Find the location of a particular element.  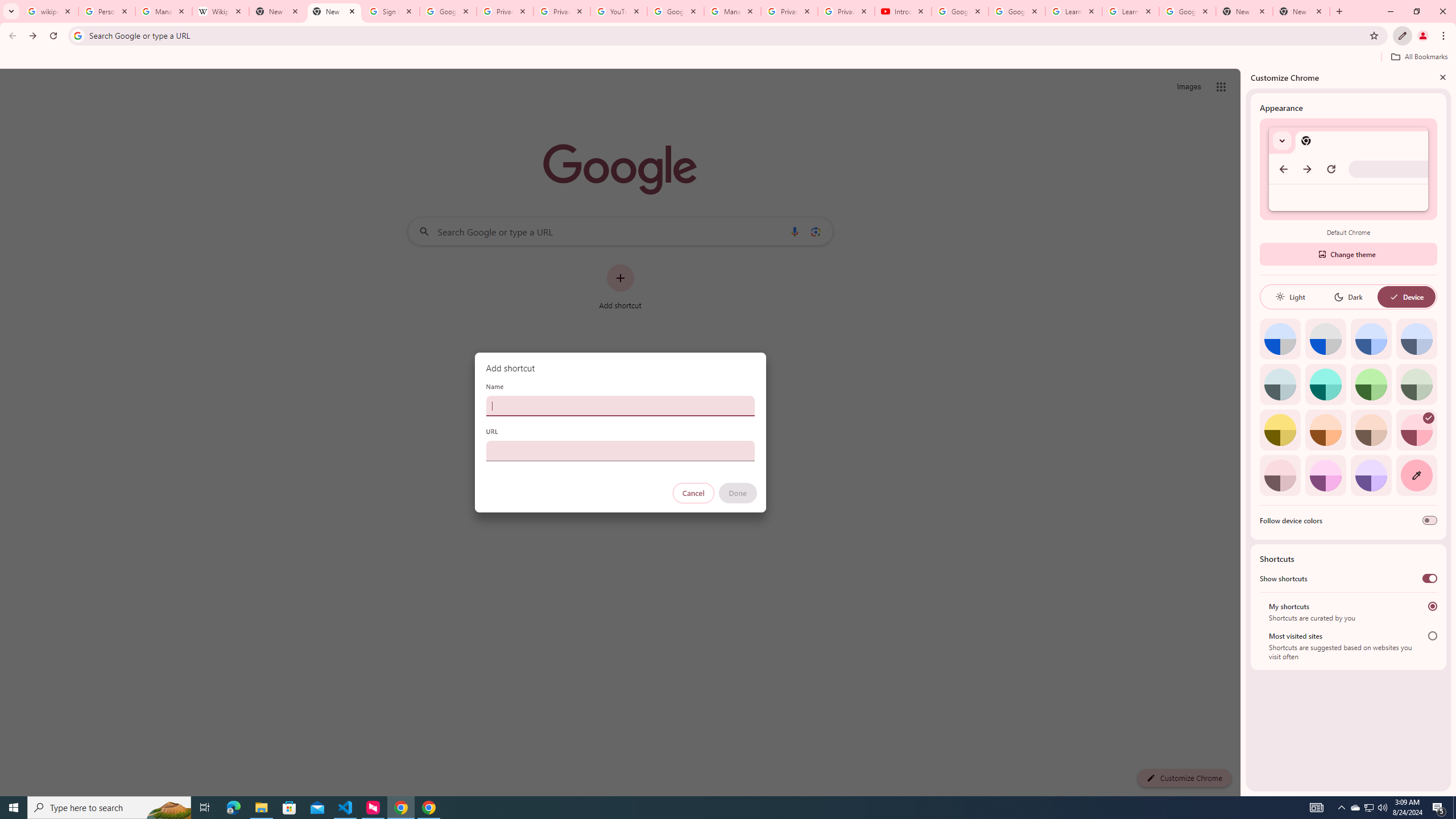

'Wikipedia:Edit requests - Wikipedia' is located at coordinates (221, 11).